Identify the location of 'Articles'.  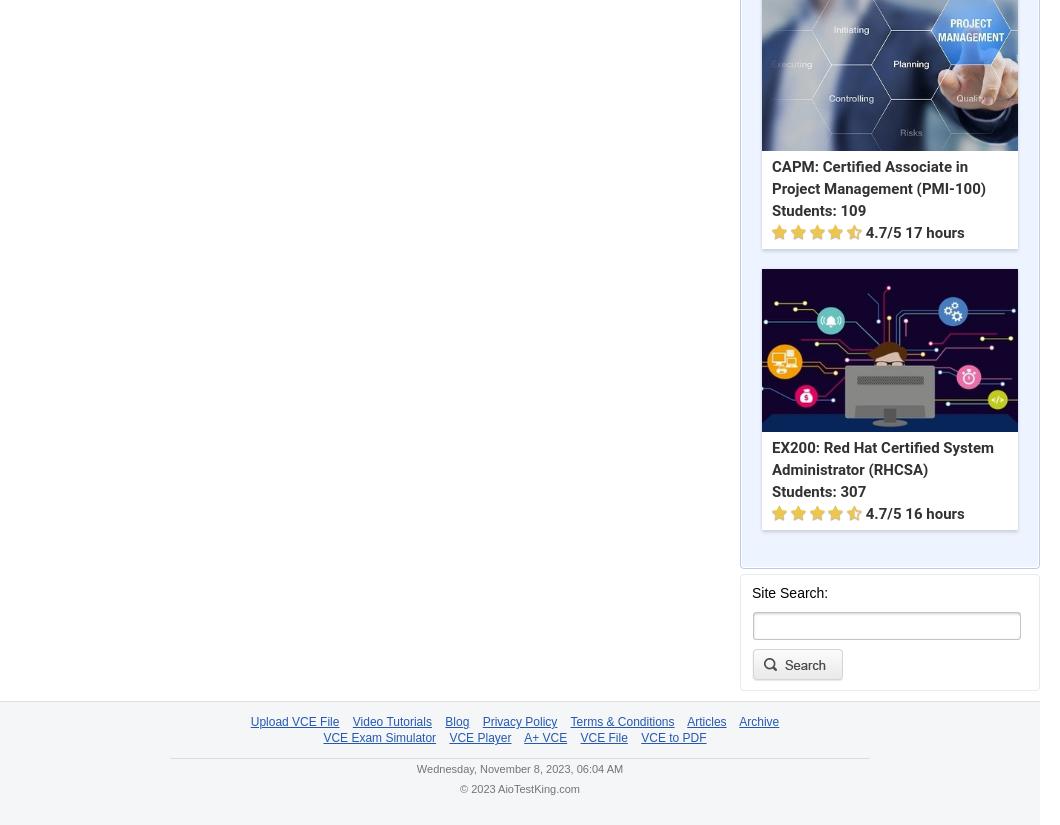
(685, 721).